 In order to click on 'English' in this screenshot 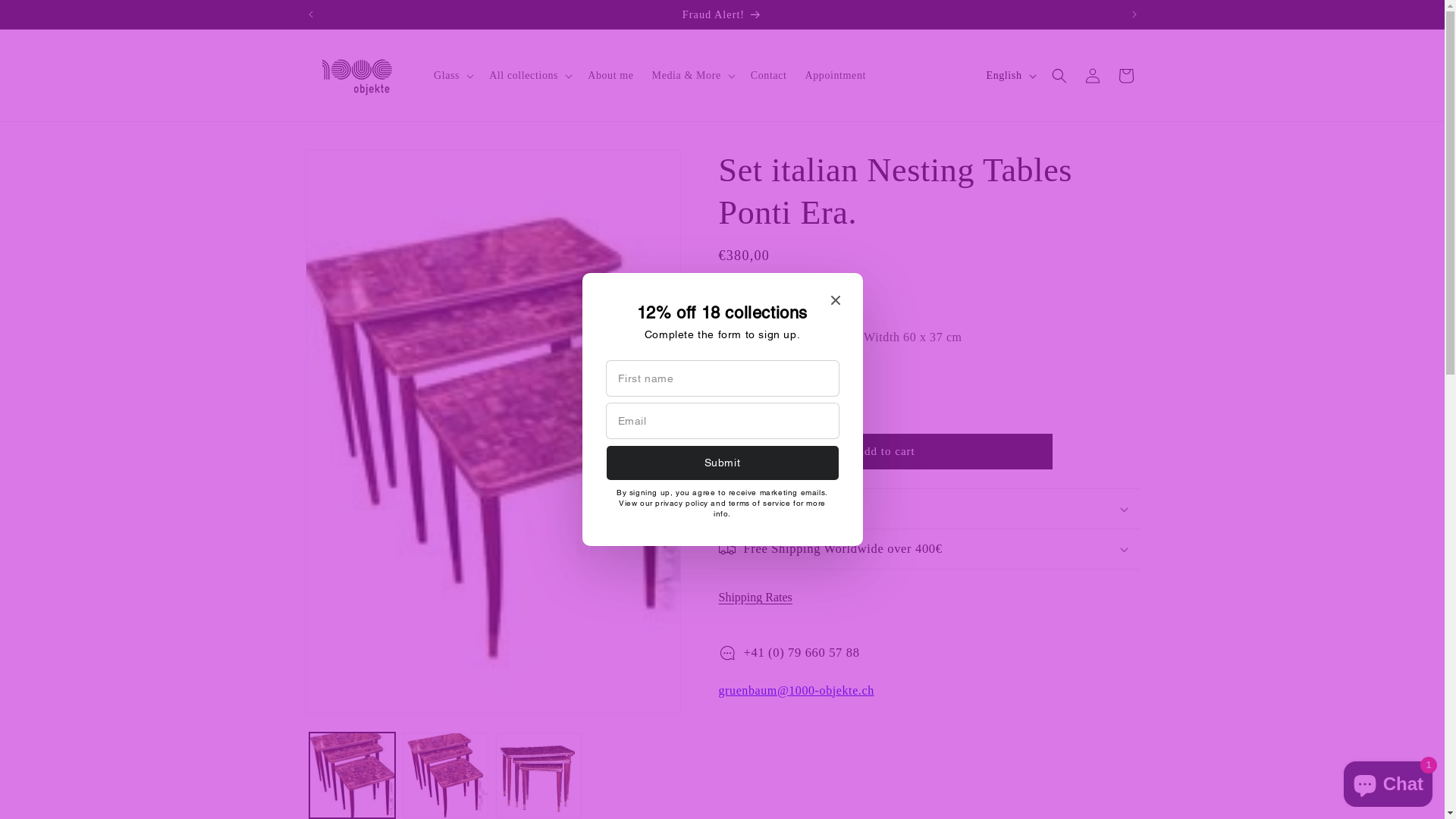, I will do `click(977, 76)`.